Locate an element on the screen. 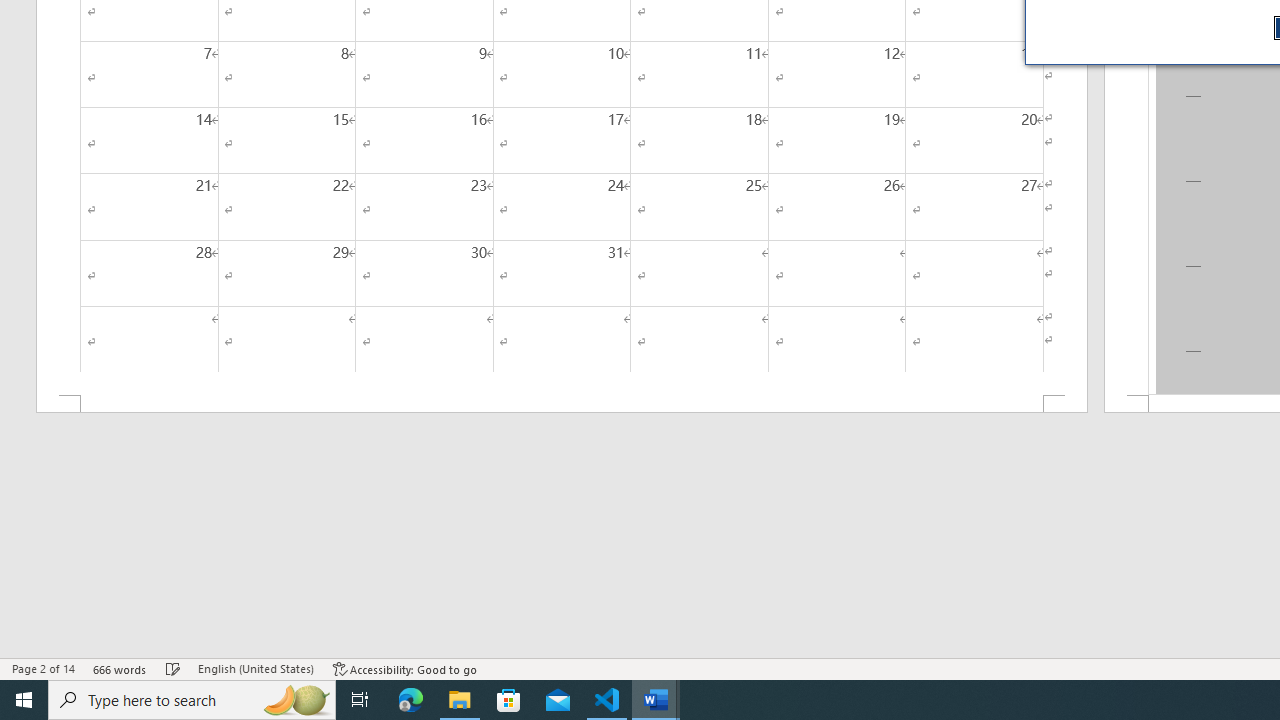 The height and width of the screenshot is (720, 1280). 'File Explorer - 1 running window' is located at coordinates (459, 698).